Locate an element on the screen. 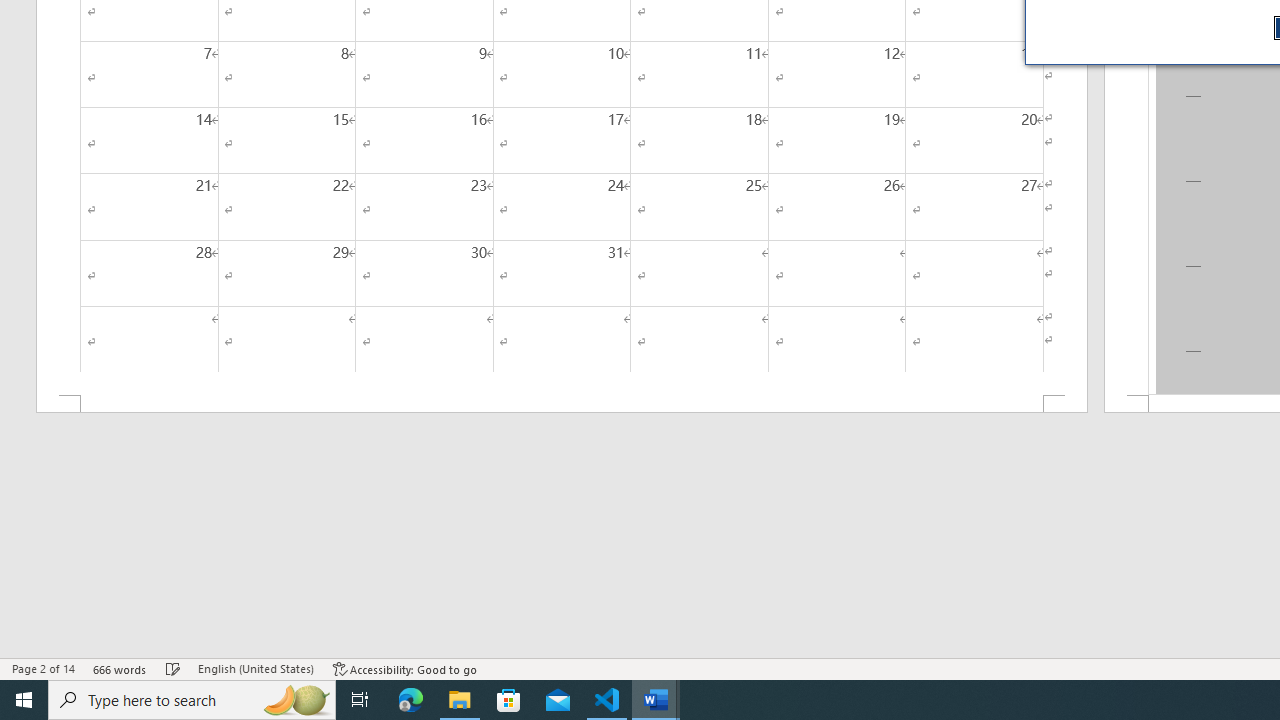 The height and width of the screenshot is (720, 1280). 'File Explorer - 1 running window' is located at coordinates (459, 698).